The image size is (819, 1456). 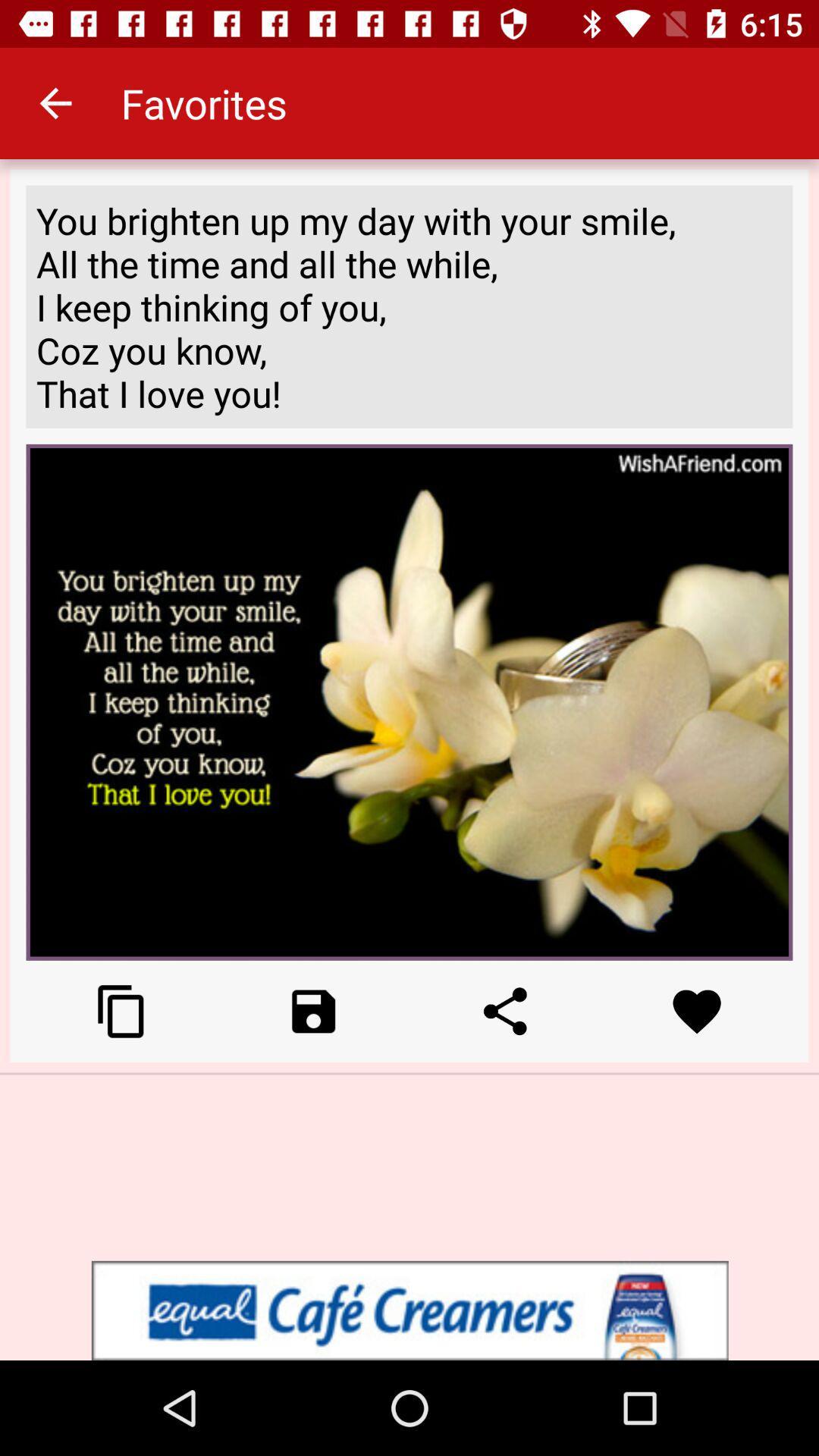 What do you see at coordinates (697, 1011) in the screenshot?
I see `like option` at bounding box center [697, 1011].